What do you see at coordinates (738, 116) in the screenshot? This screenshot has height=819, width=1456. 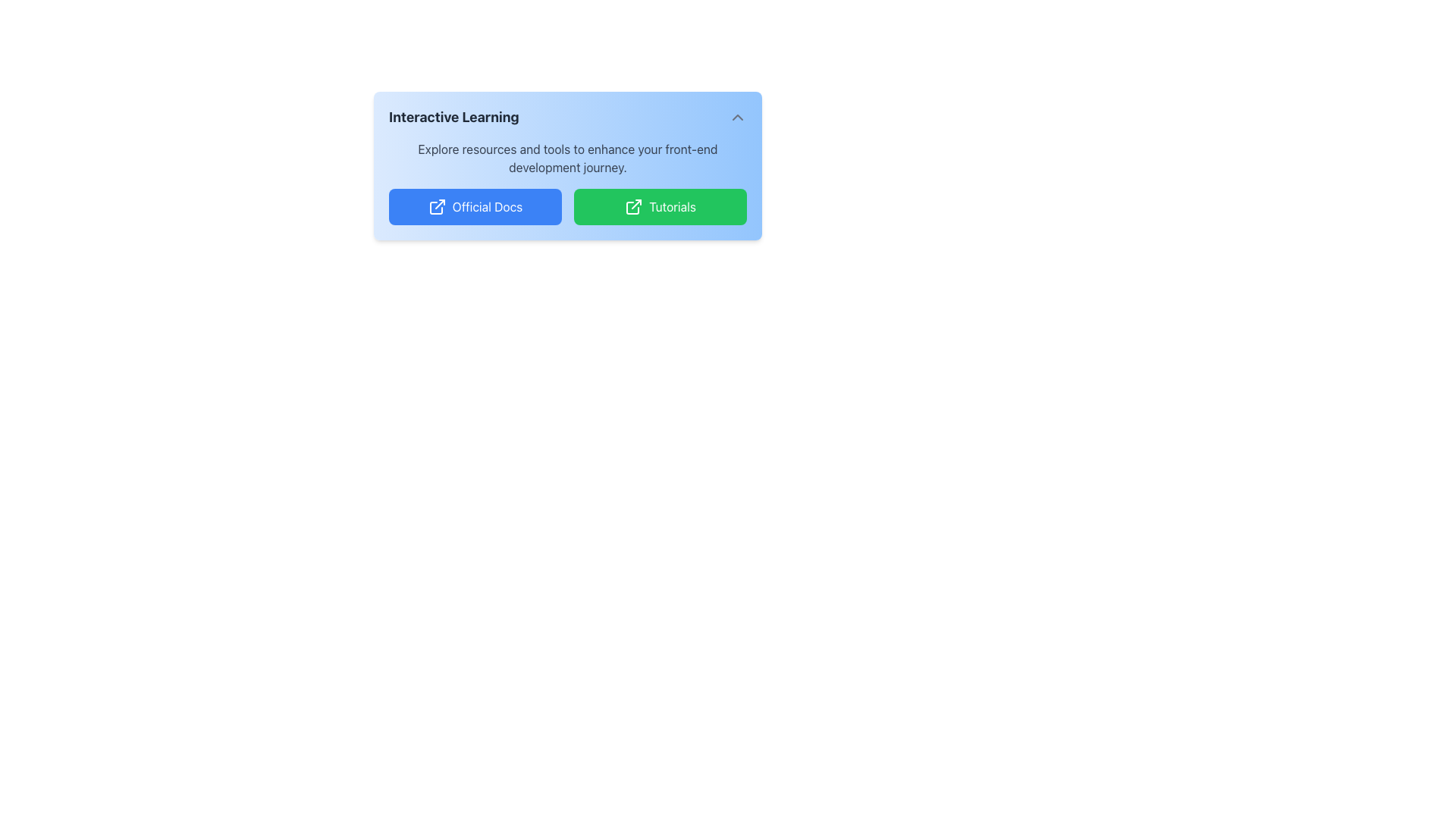 I see `the collapsible toggle button located on the rightmost edge of the 'Interactive Learning' section` at bounding box center [738, 116].